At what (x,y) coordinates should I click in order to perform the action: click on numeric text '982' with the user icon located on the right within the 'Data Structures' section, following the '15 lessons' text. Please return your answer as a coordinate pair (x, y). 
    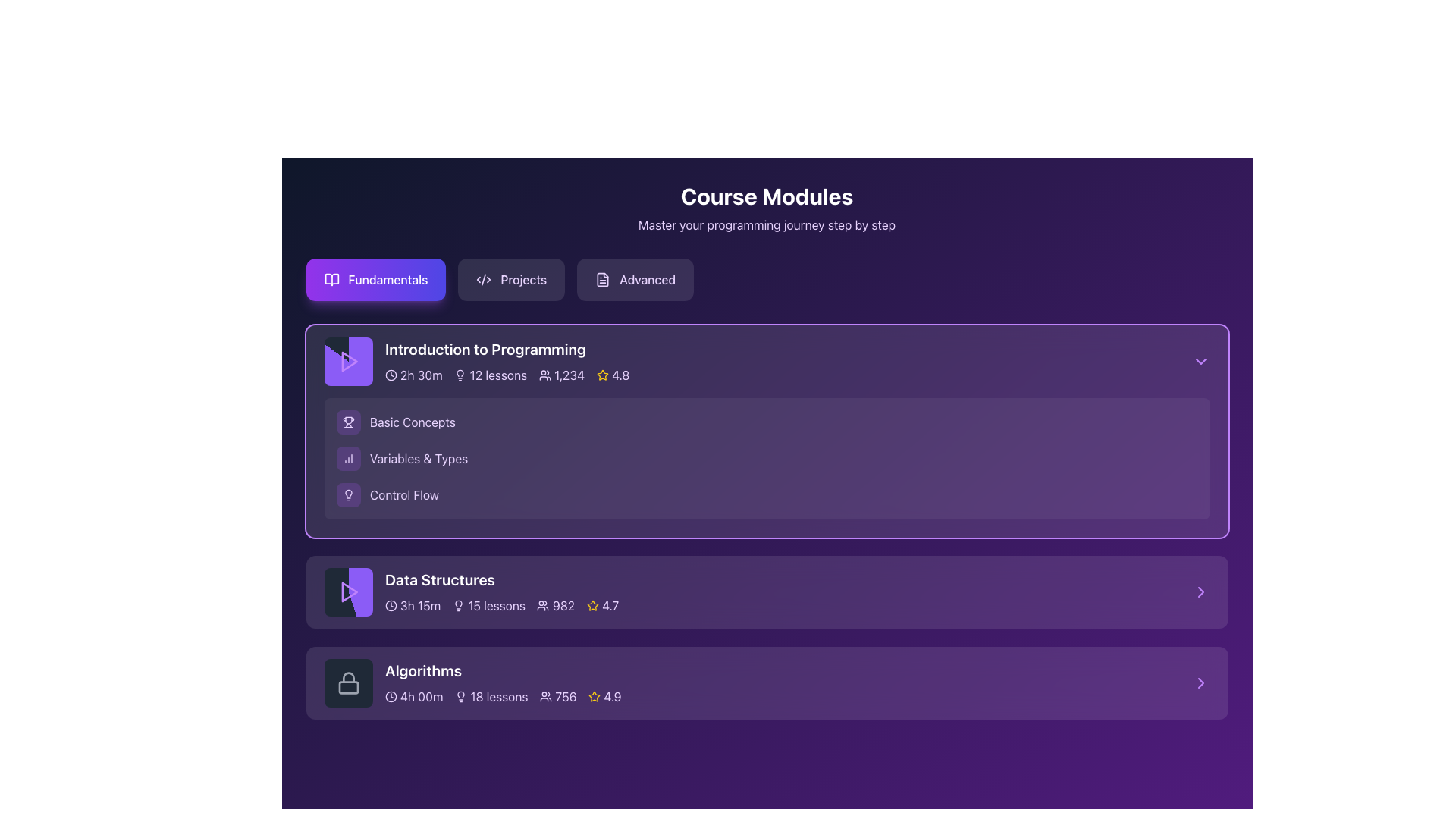
    Looking at the image, I should click on (555, 604).